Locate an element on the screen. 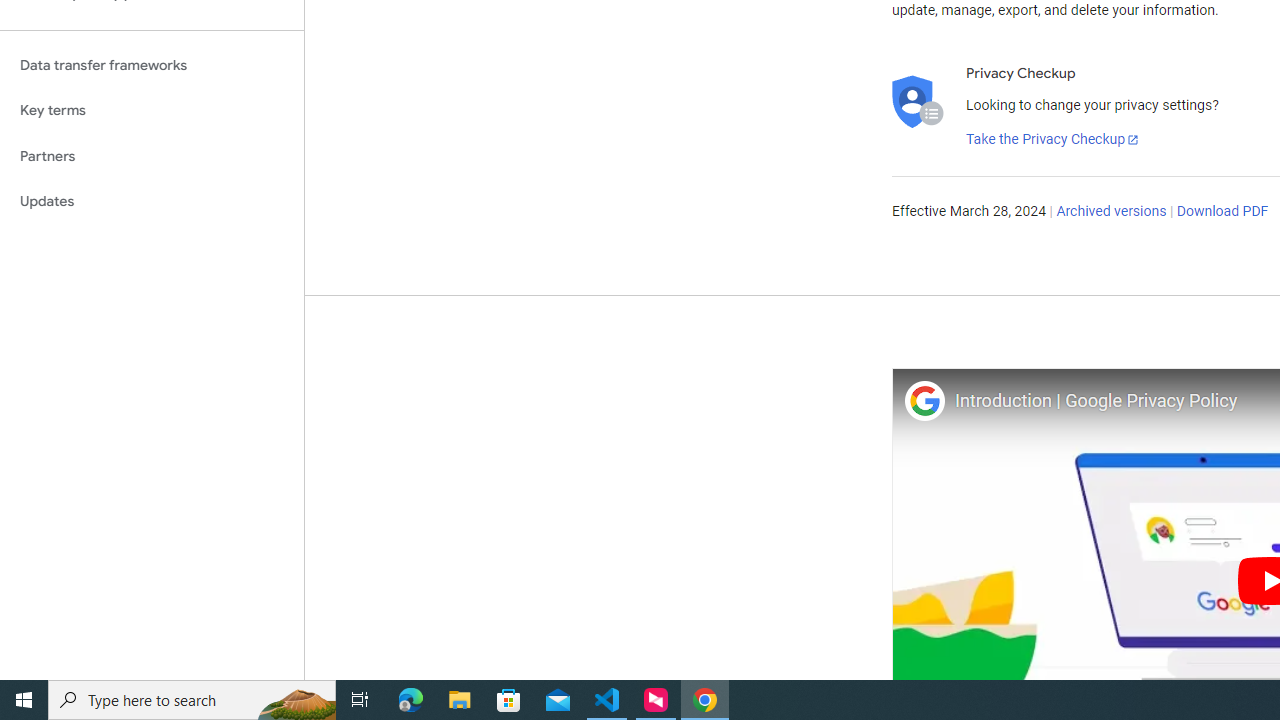  'Photo image of Google' is located at coordinates (923, 400).